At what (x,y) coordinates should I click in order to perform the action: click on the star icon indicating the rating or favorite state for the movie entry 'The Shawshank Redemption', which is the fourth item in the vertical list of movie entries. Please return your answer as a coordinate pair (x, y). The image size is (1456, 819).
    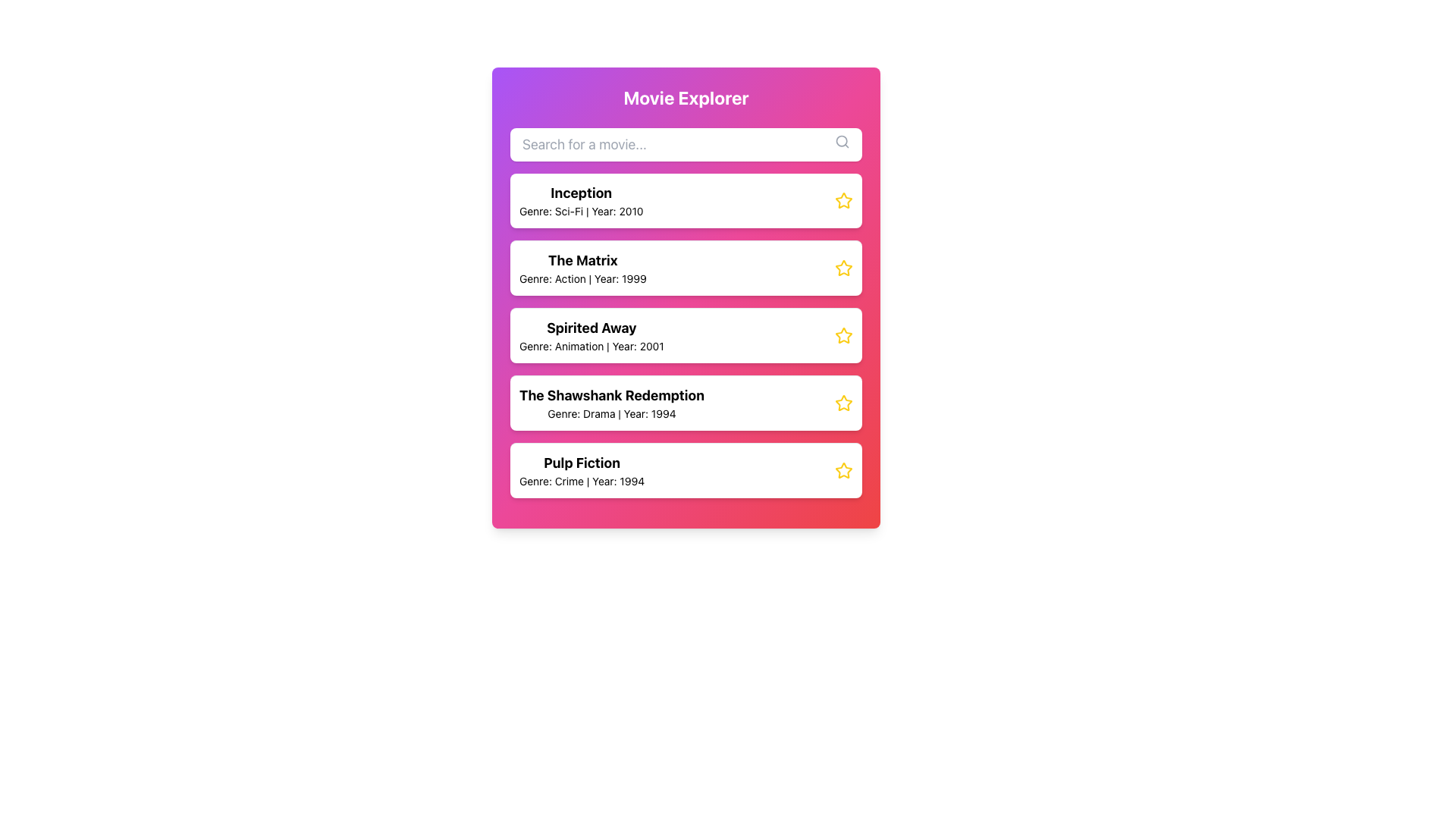
    Looking at the image, I should click on (843, 402).